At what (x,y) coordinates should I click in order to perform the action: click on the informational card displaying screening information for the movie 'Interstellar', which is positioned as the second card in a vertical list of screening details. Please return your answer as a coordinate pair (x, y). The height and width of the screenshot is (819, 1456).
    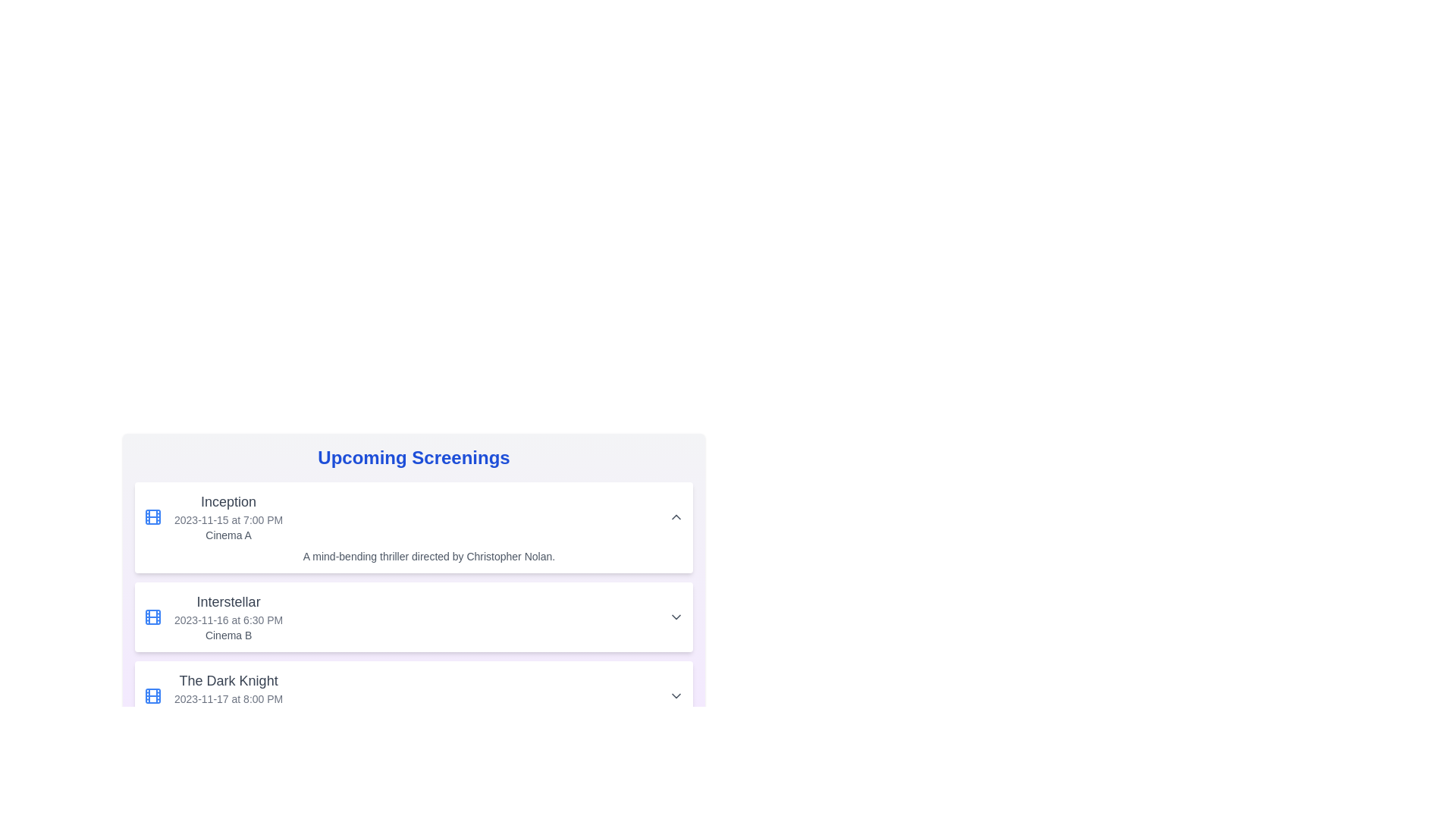
    Looking at the image, I should click on (414, 587).